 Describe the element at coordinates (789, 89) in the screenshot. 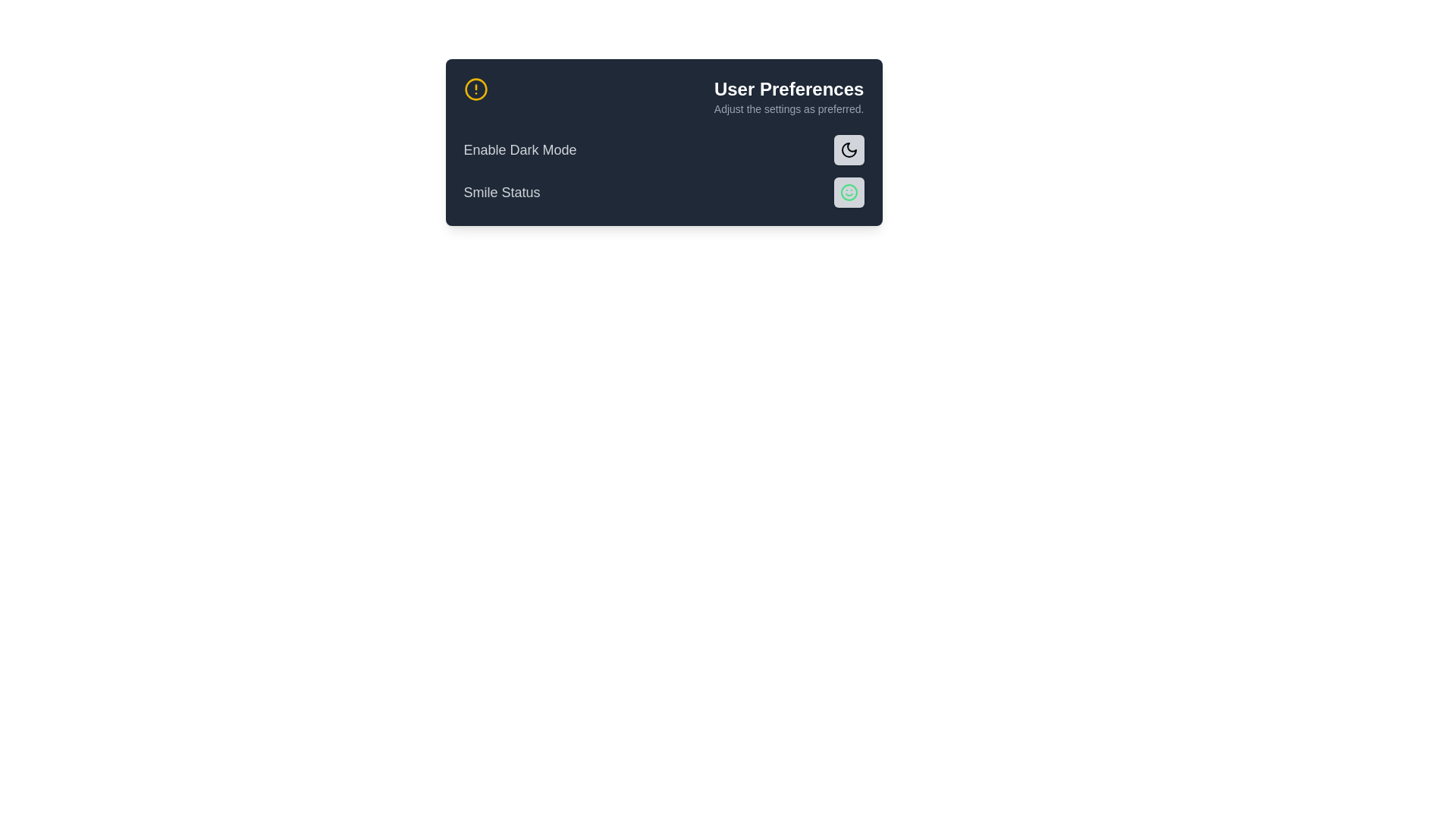

I see `the text label that serves as a title or header for the settings interface, located at the top right section of the rectangular panel` at that location.